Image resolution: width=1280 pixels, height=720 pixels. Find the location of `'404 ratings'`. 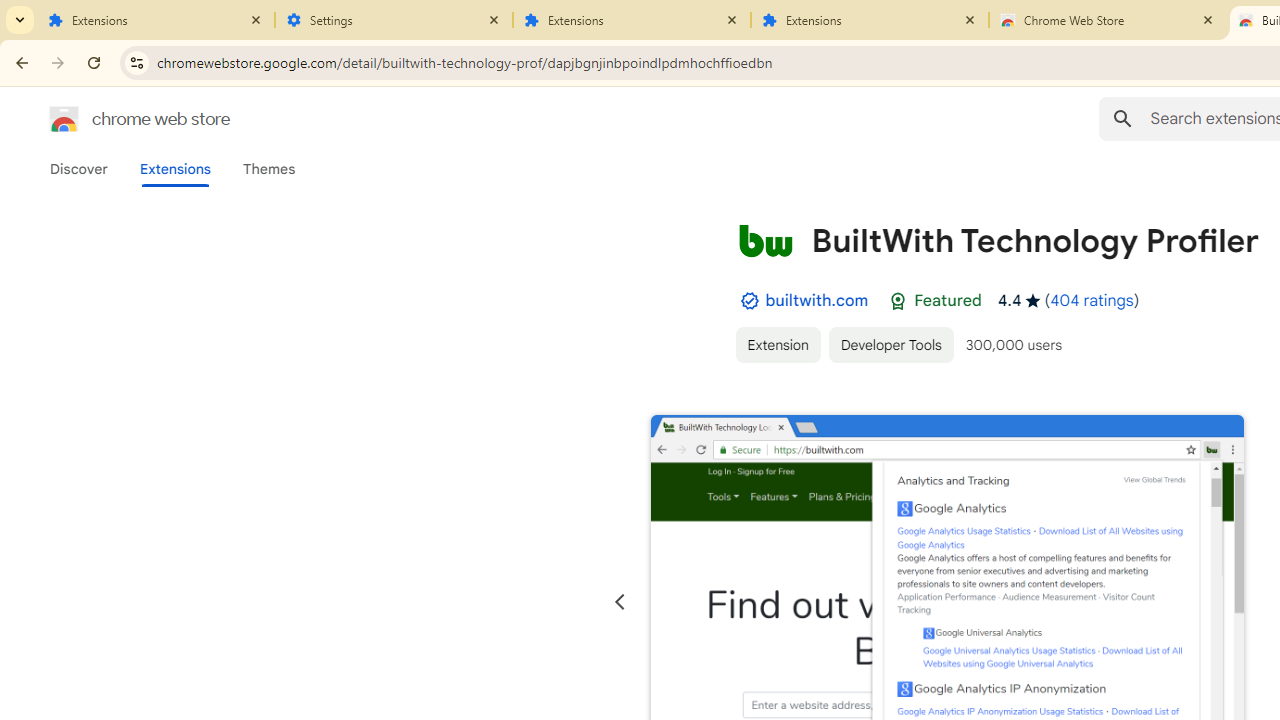

'404 ratings' is located at coordinates (1090, 300).